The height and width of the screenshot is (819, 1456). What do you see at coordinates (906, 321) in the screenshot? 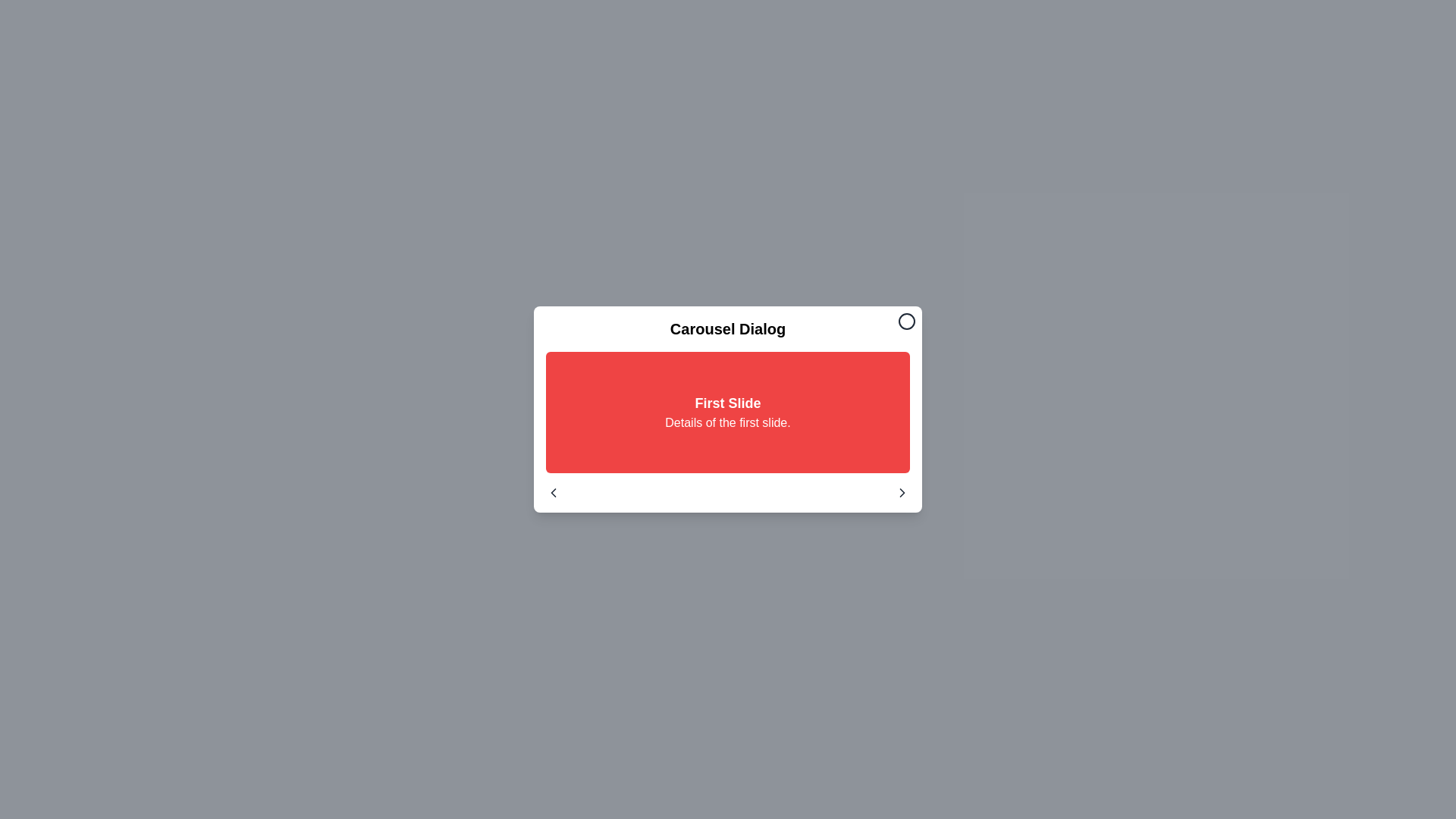
I see `close button at the top-right corner of the dialog to close it` at bounding box center [906, 321].